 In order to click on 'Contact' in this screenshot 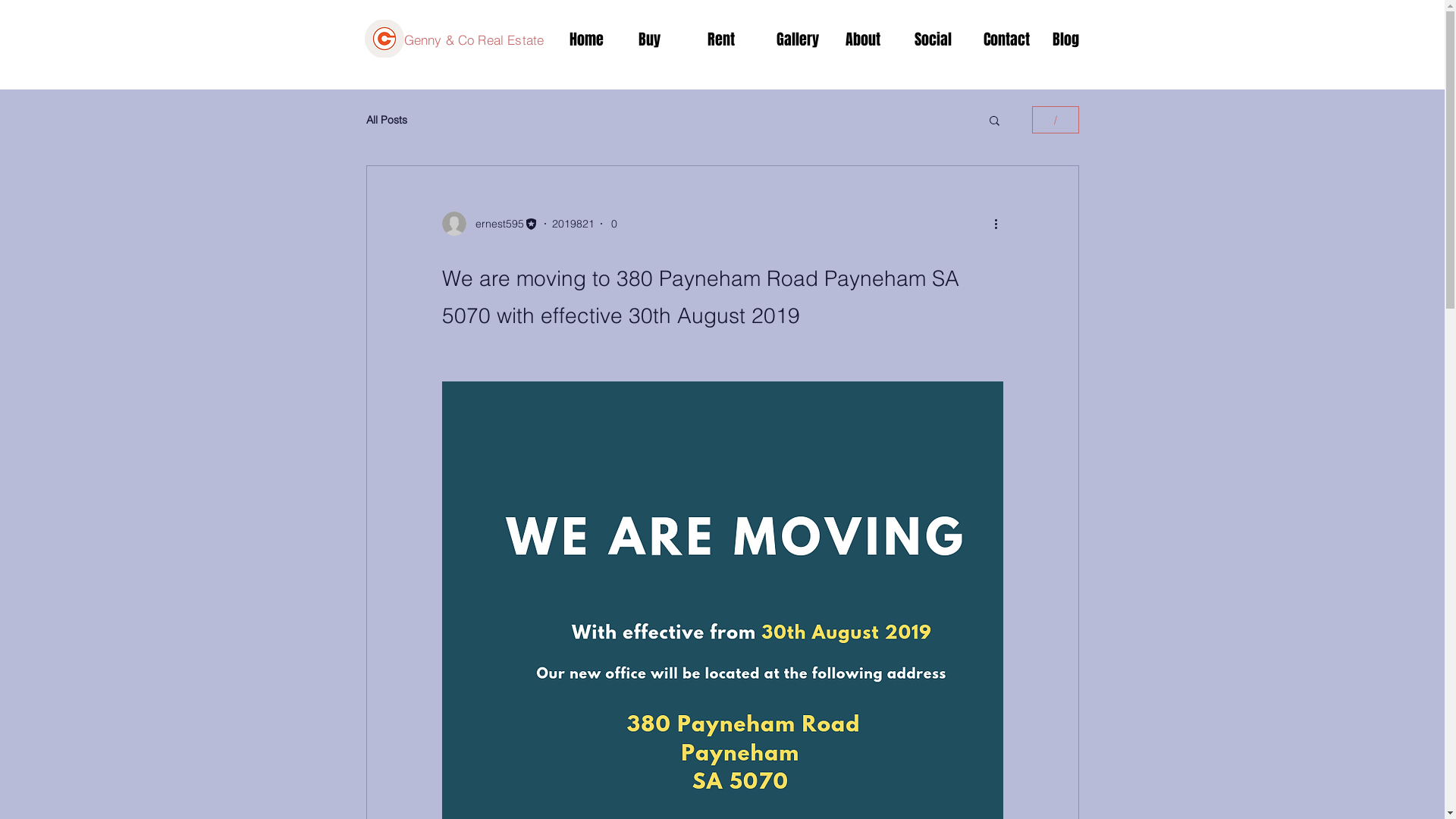, I will do `click(971, 38)`.